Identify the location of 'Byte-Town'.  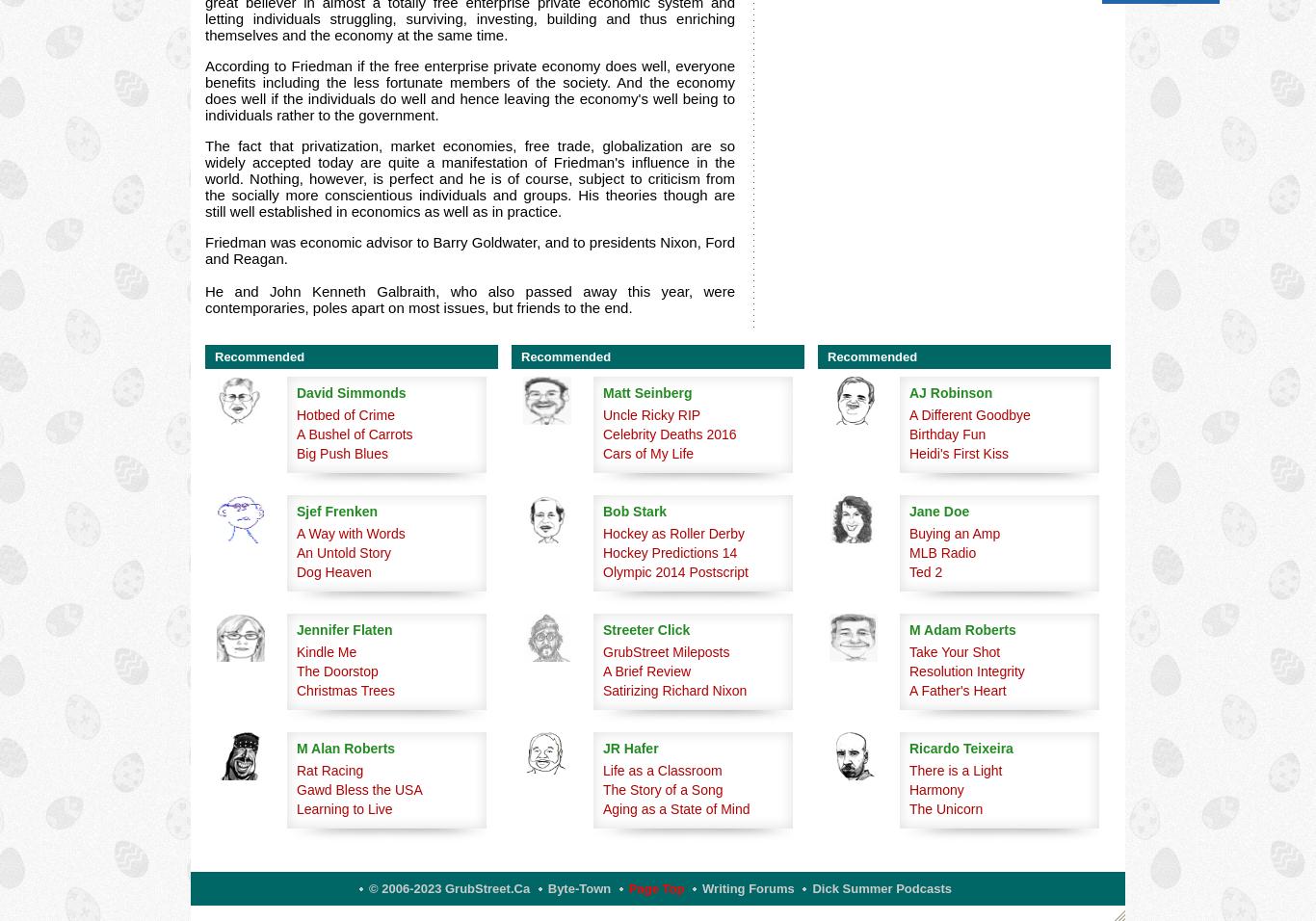
(578, 888).